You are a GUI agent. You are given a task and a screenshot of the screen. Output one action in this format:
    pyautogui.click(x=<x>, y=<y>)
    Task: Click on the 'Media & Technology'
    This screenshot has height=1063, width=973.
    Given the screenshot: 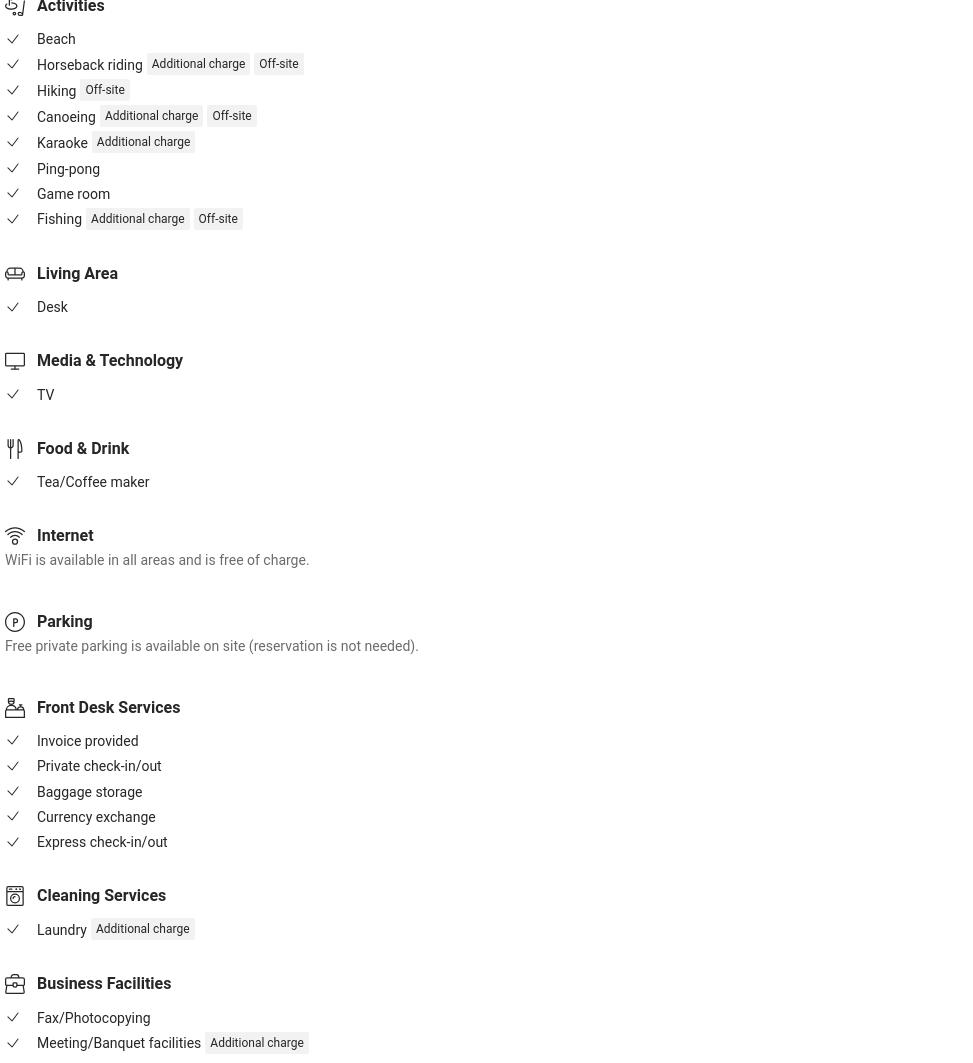 What is the action you would take?
    pyautogui.click(x=109, y=360)
    